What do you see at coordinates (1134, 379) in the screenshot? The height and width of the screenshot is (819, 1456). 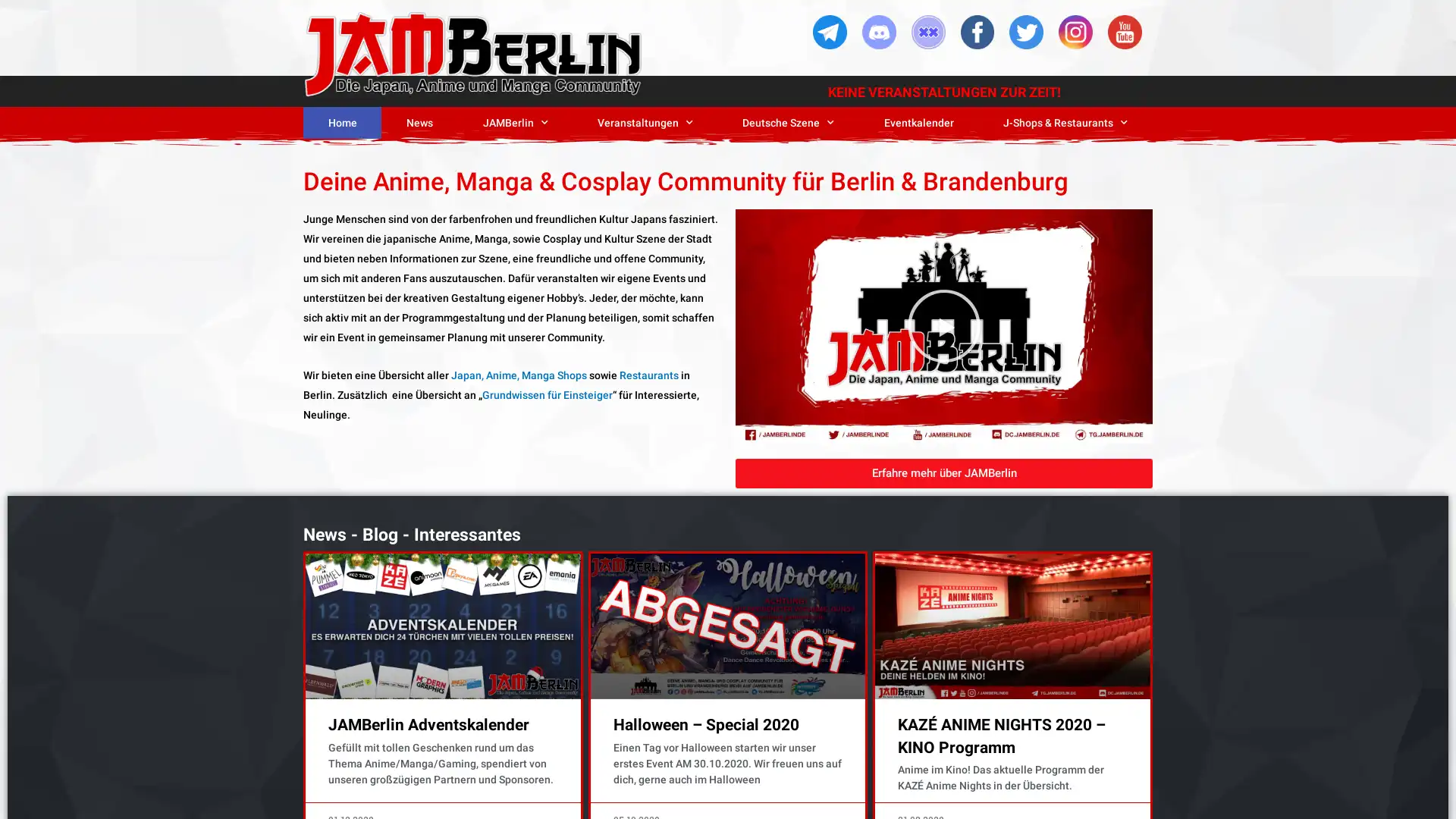 I see `show more media controls` at bounding box center [1134, 379].